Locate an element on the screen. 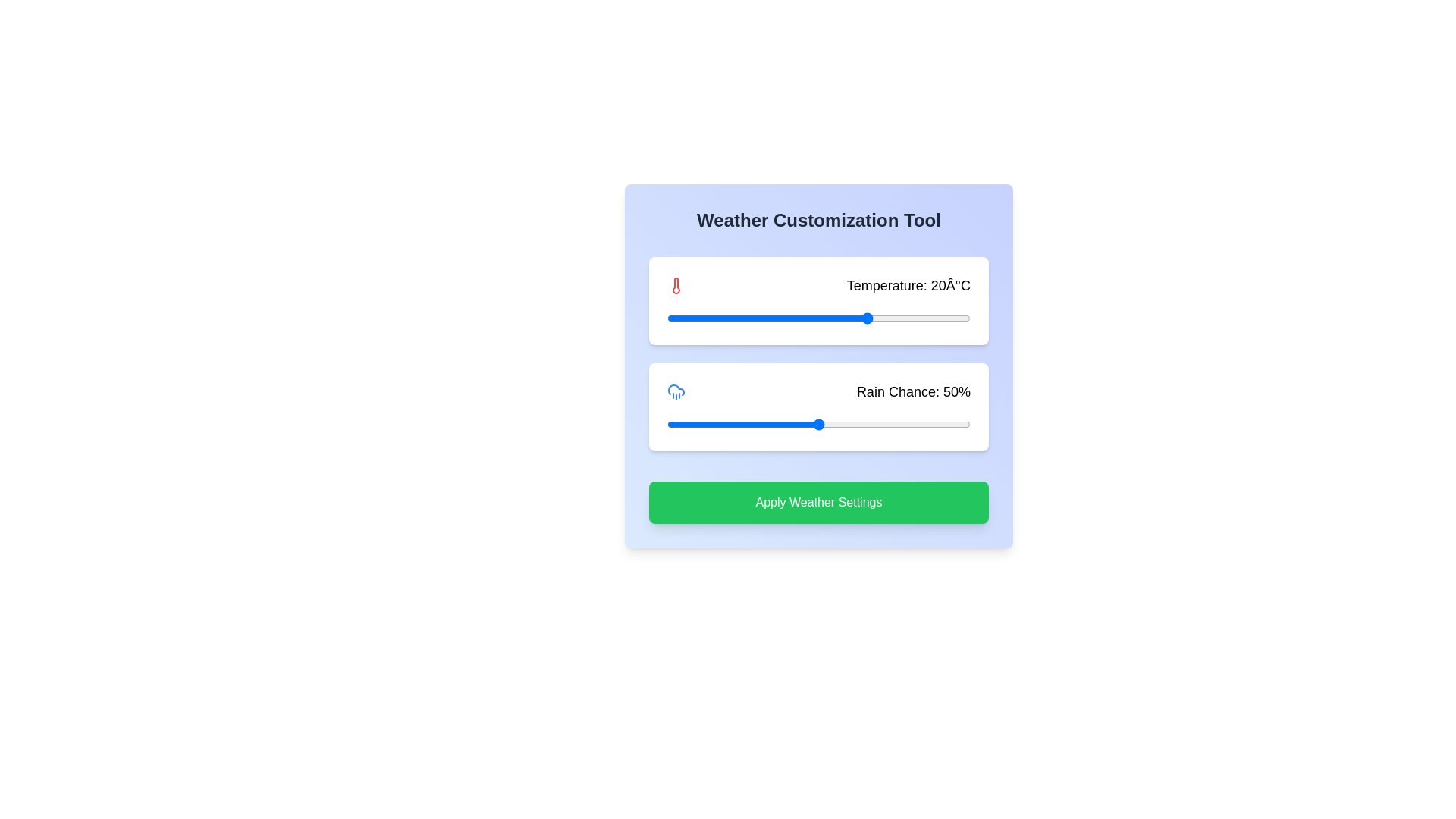 This screenshot has width=1456, height=819. the 'Apply Weather Settings' button is located at coordinates (818, 503).